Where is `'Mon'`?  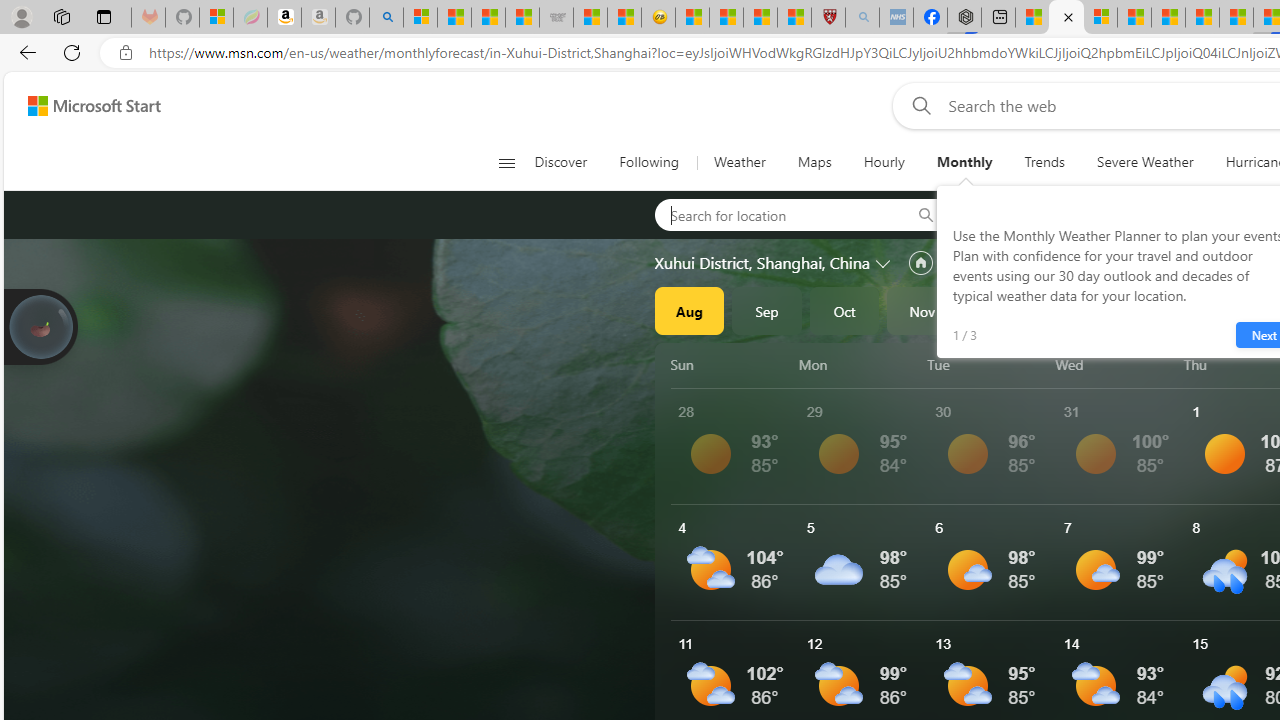 'Mon' is located at coordinates (859, 364).